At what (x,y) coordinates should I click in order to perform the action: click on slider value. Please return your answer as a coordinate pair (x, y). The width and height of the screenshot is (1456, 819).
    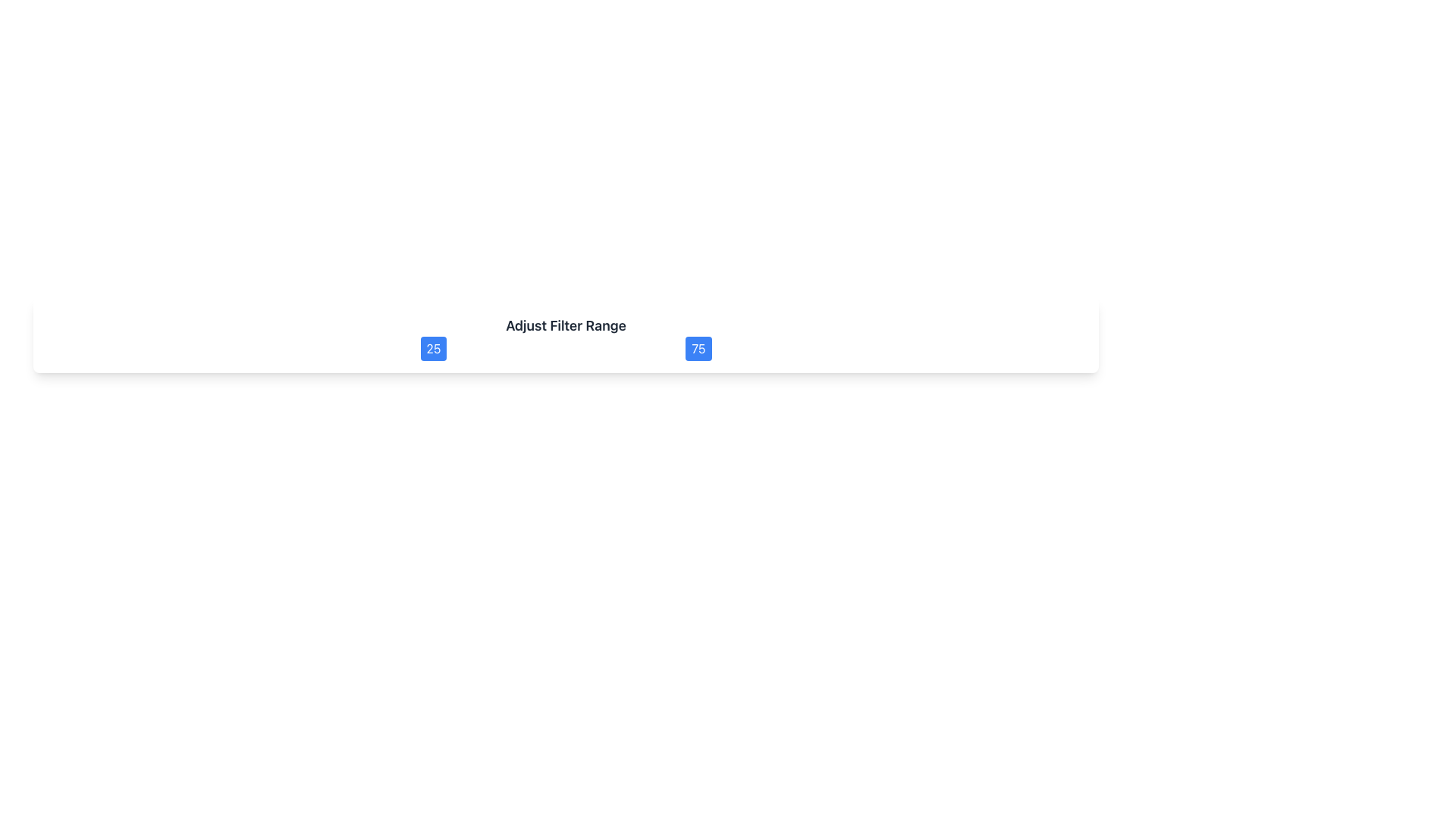
    Looking at the image, I should click on (660, 356).